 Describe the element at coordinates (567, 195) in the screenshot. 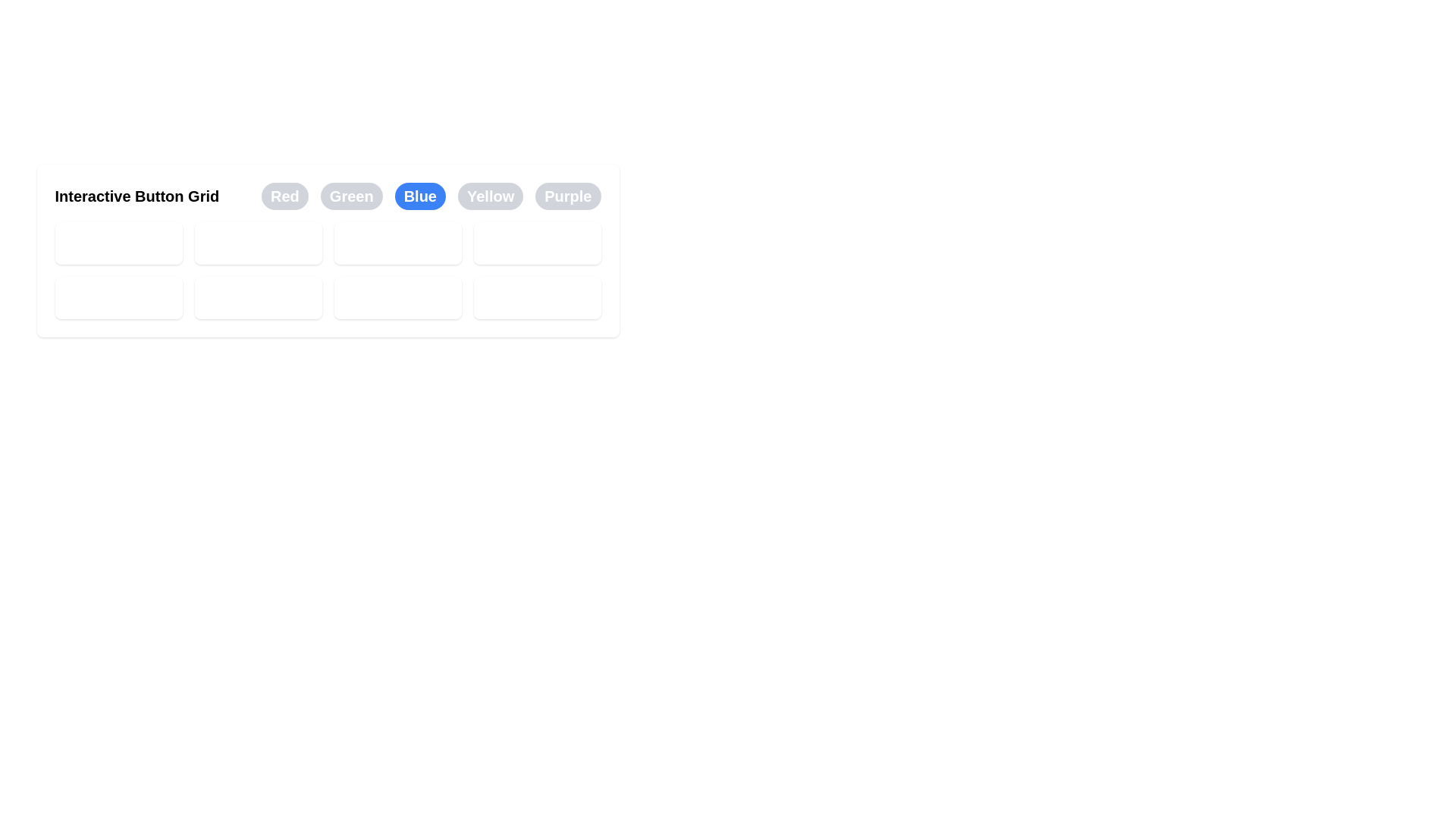

I see `the rounded button labeled 'Purple'` at that location.